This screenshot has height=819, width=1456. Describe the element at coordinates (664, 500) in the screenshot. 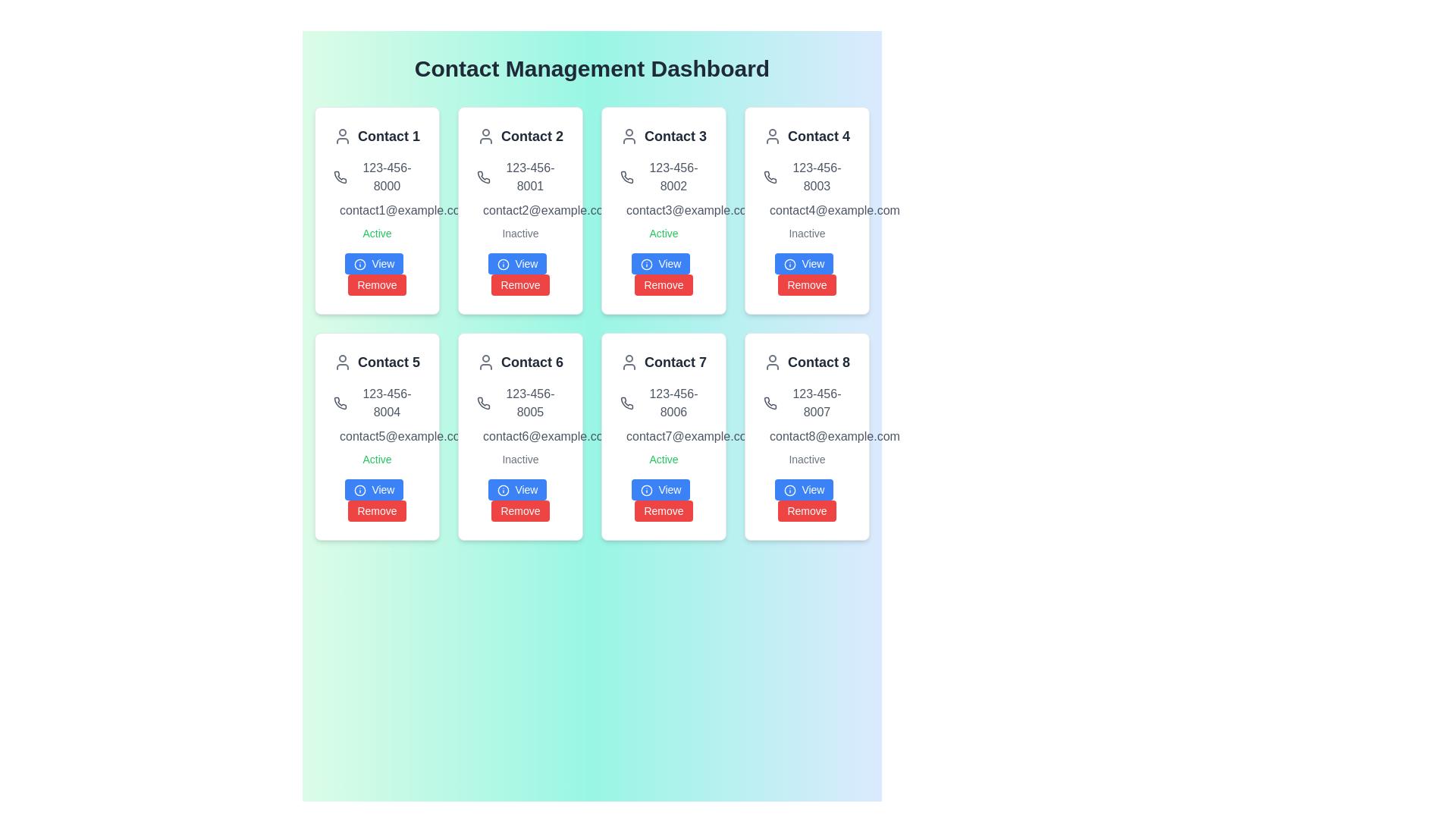

I see `the 'View' button located within the seventh contact card in the 'Contact Management Dashboard' grid layout` at that location.